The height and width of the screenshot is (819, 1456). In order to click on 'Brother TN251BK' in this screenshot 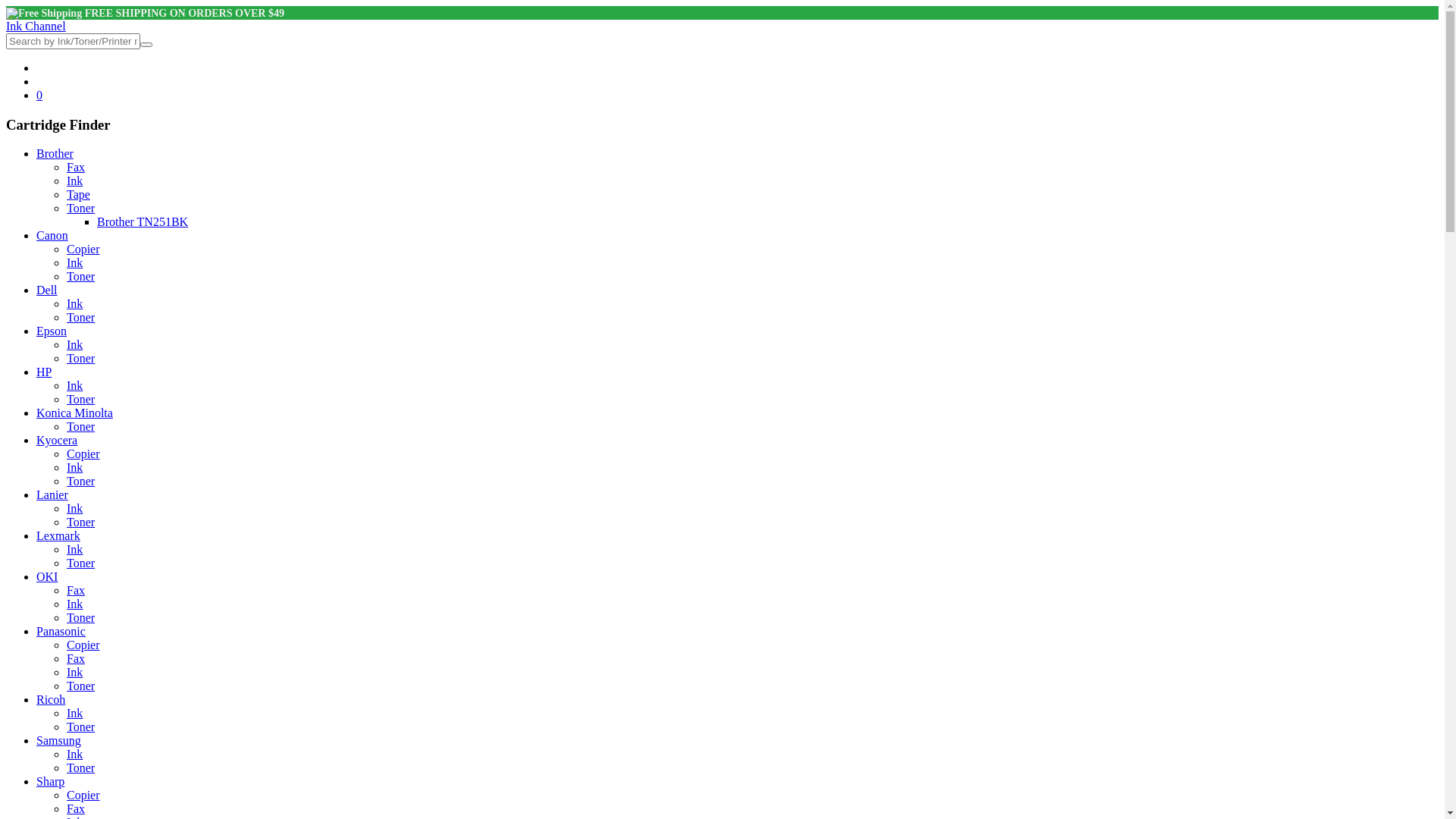, I will do `click(142, 221)`.